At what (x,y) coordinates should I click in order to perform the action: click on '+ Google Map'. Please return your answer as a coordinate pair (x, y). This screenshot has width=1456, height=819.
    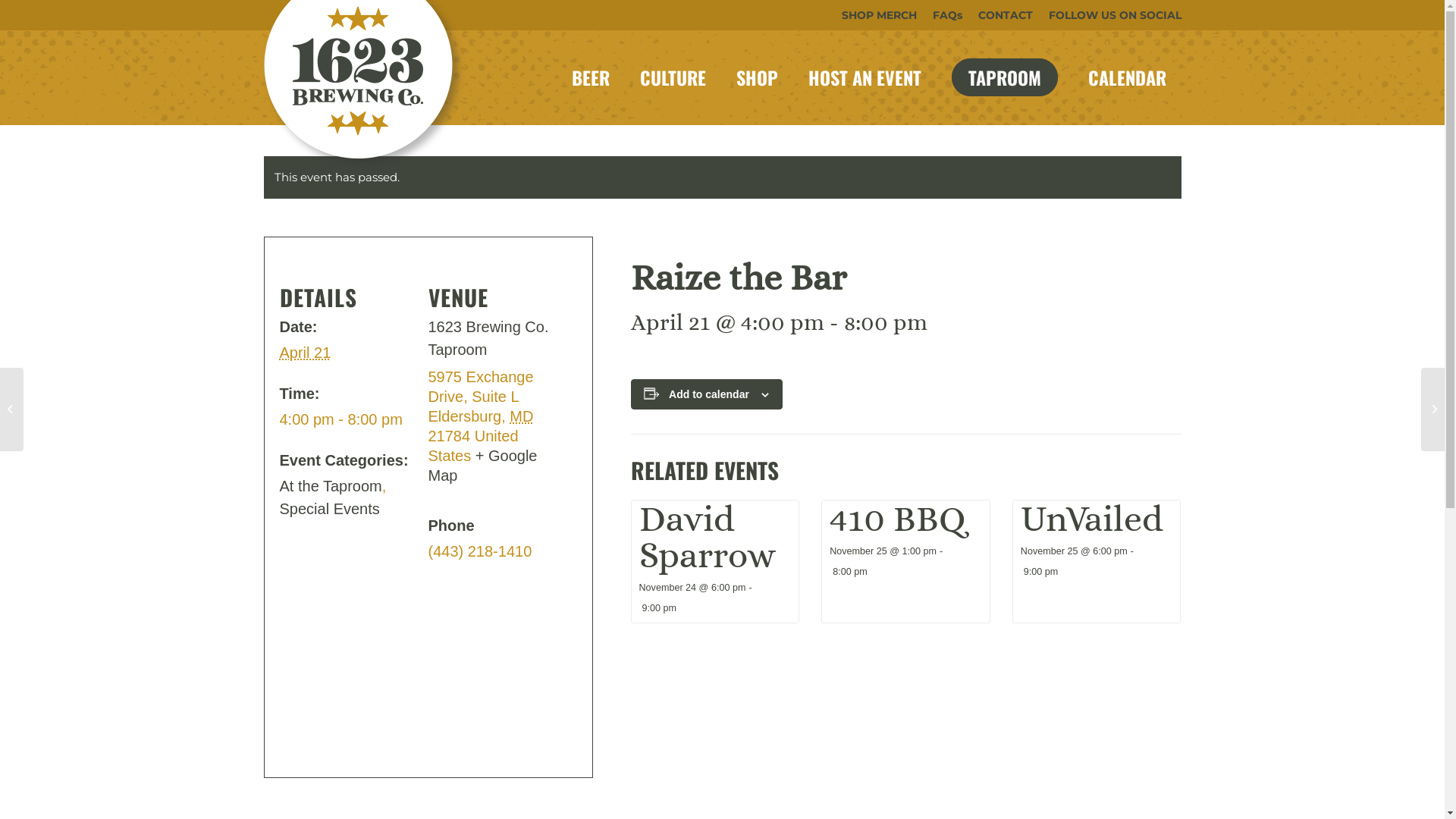
    Looking at the image, I should click on (482, 464).